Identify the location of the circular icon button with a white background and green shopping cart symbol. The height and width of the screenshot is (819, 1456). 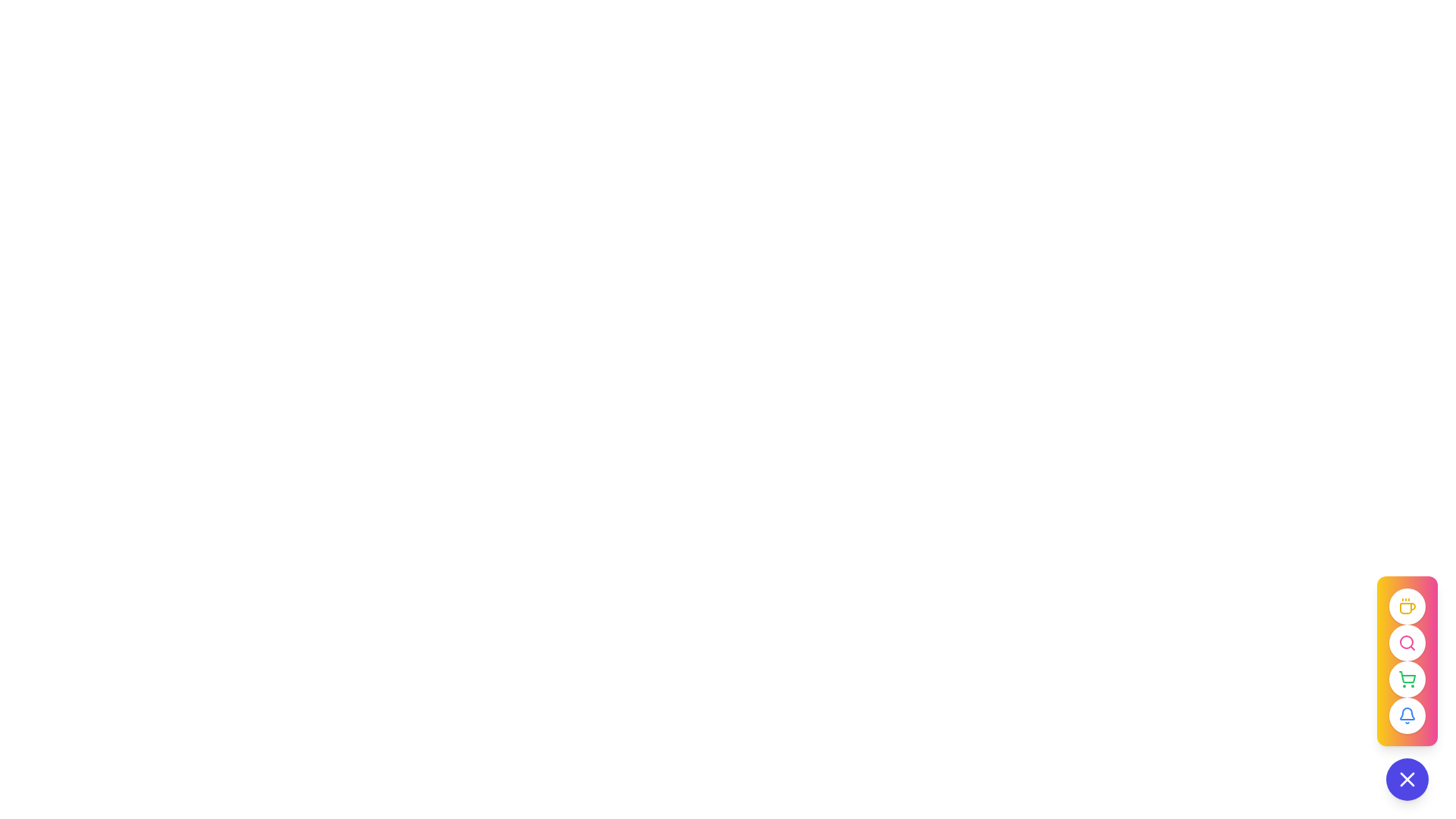
(1407, 688).